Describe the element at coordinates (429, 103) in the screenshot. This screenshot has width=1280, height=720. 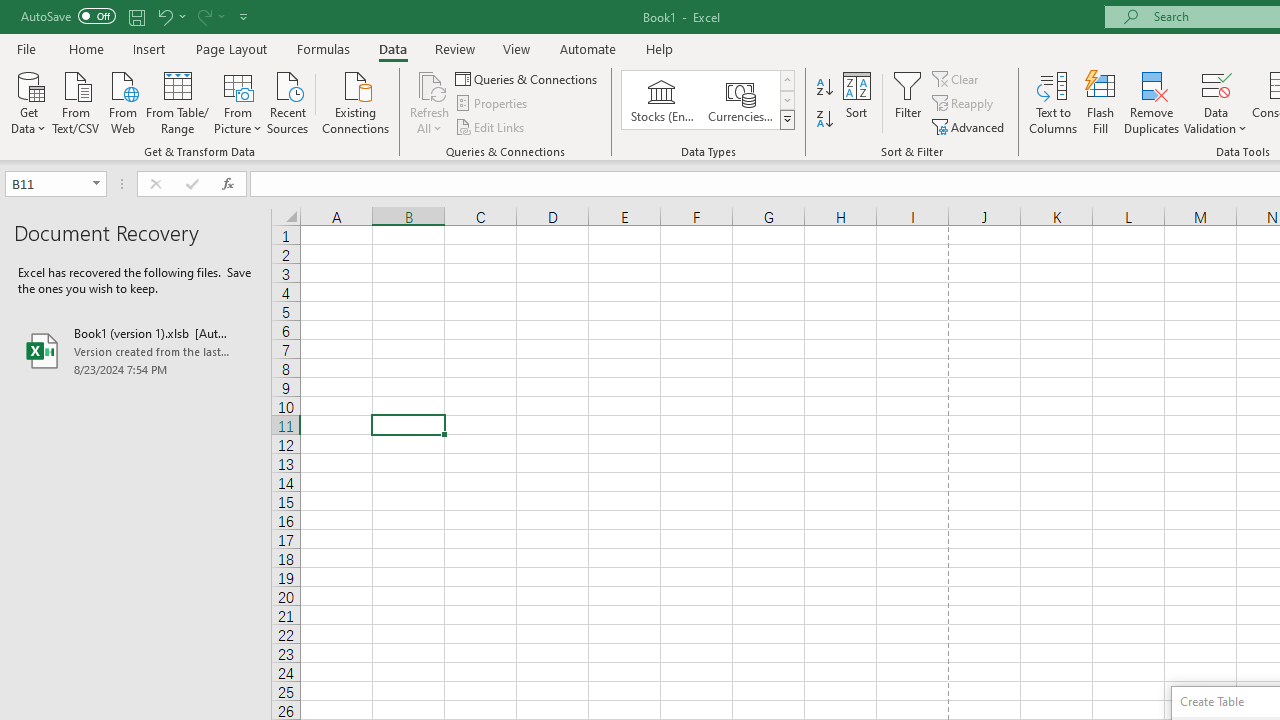
I see `'Refresh All'` at that location.